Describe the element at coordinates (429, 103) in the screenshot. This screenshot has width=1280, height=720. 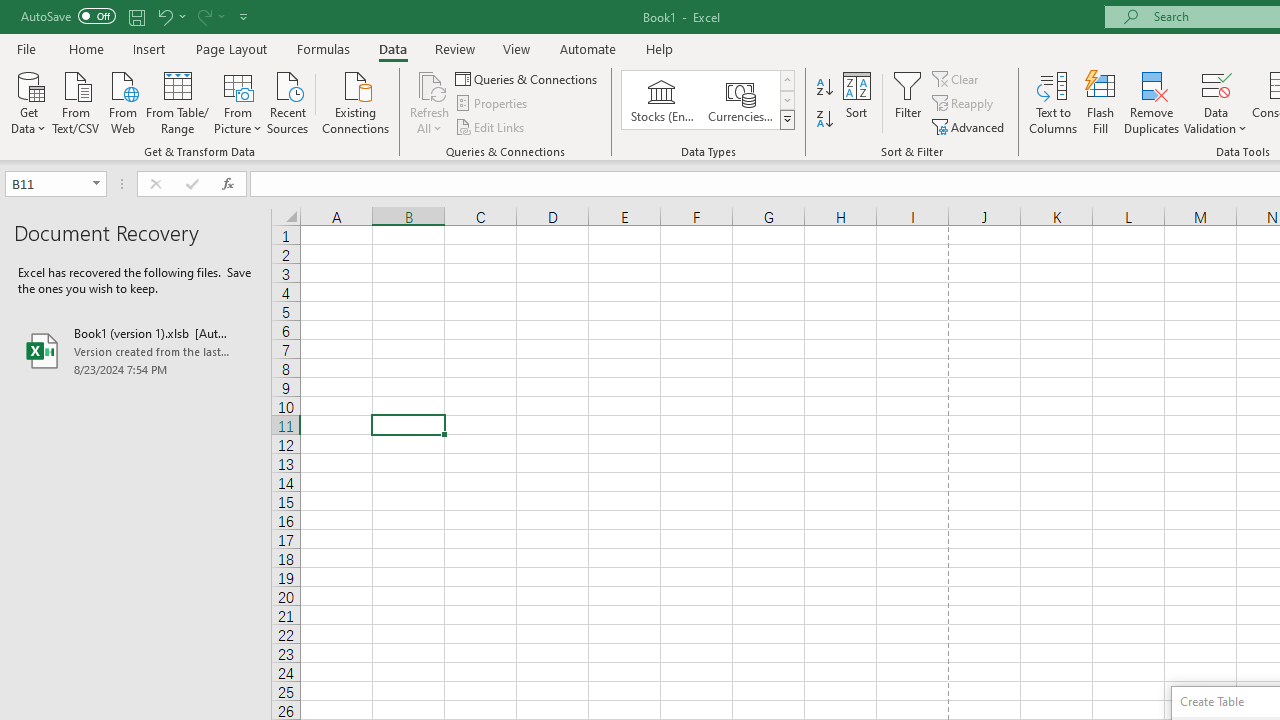
I see `'Refresh All'` at that location.